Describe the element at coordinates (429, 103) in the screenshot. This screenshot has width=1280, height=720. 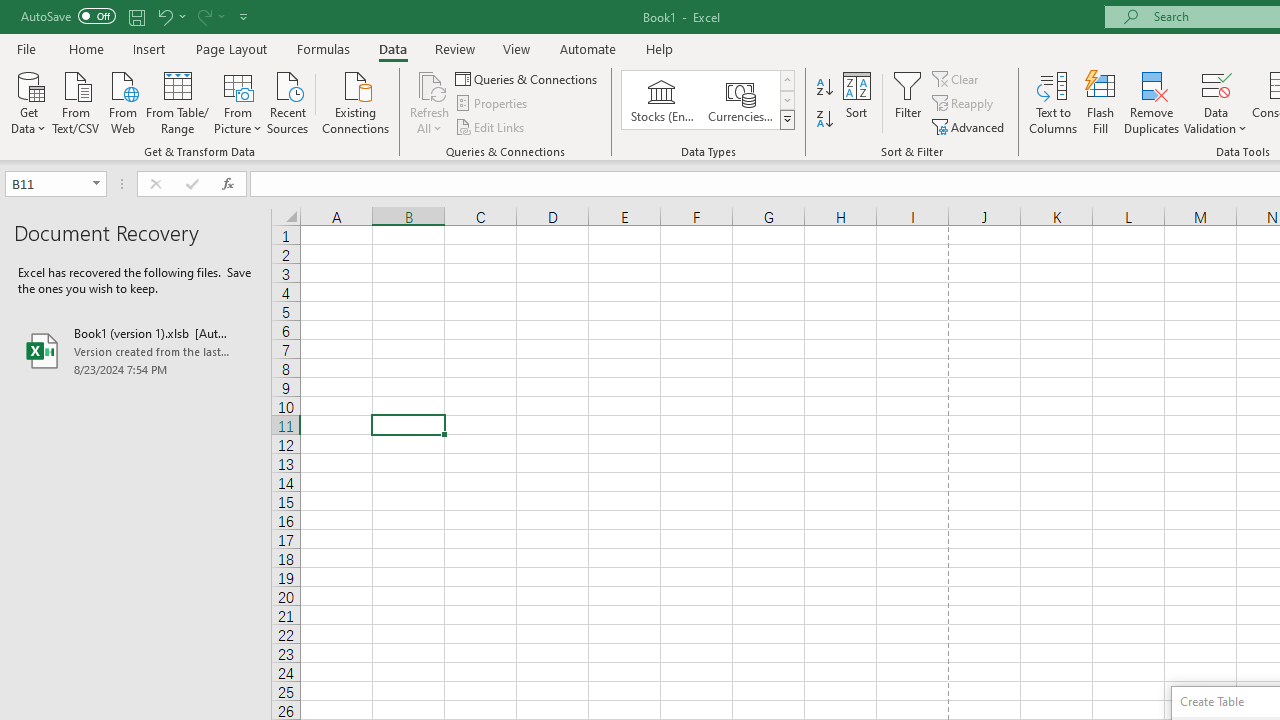
I see `'Refresh All'` at that location.